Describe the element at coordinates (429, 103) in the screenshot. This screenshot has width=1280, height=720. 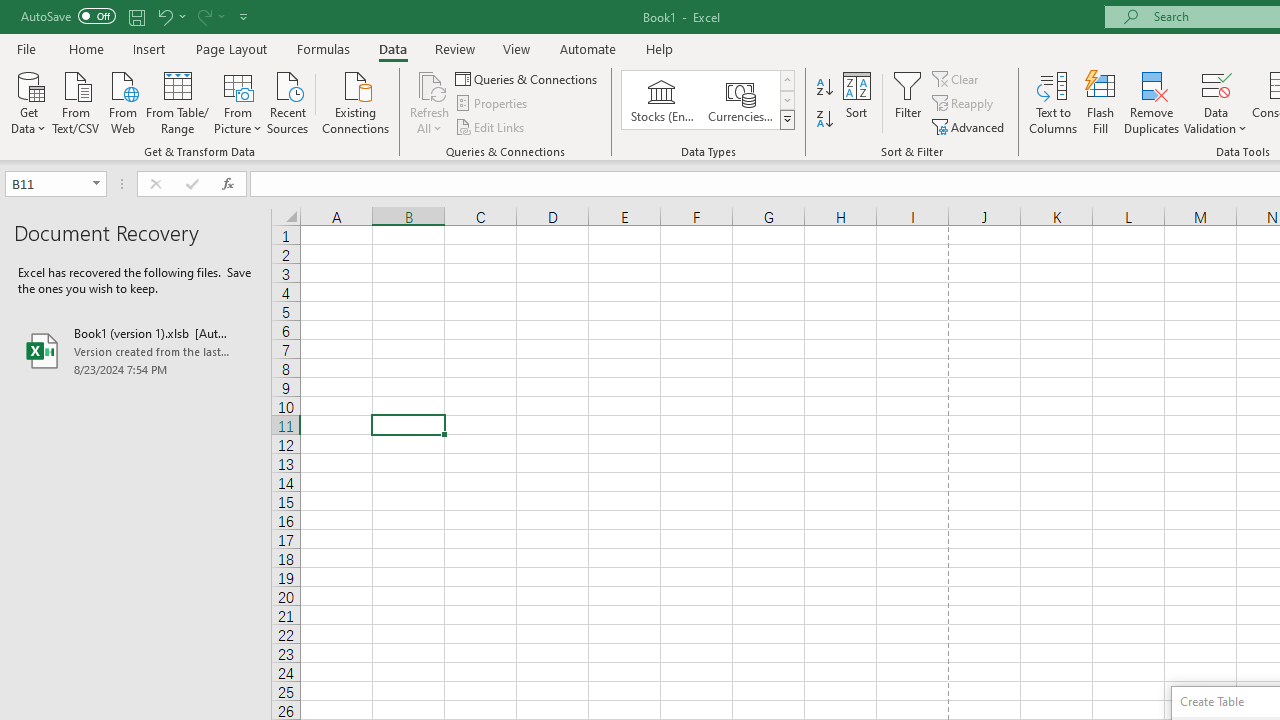
I see `'Refresh All'` at that location.